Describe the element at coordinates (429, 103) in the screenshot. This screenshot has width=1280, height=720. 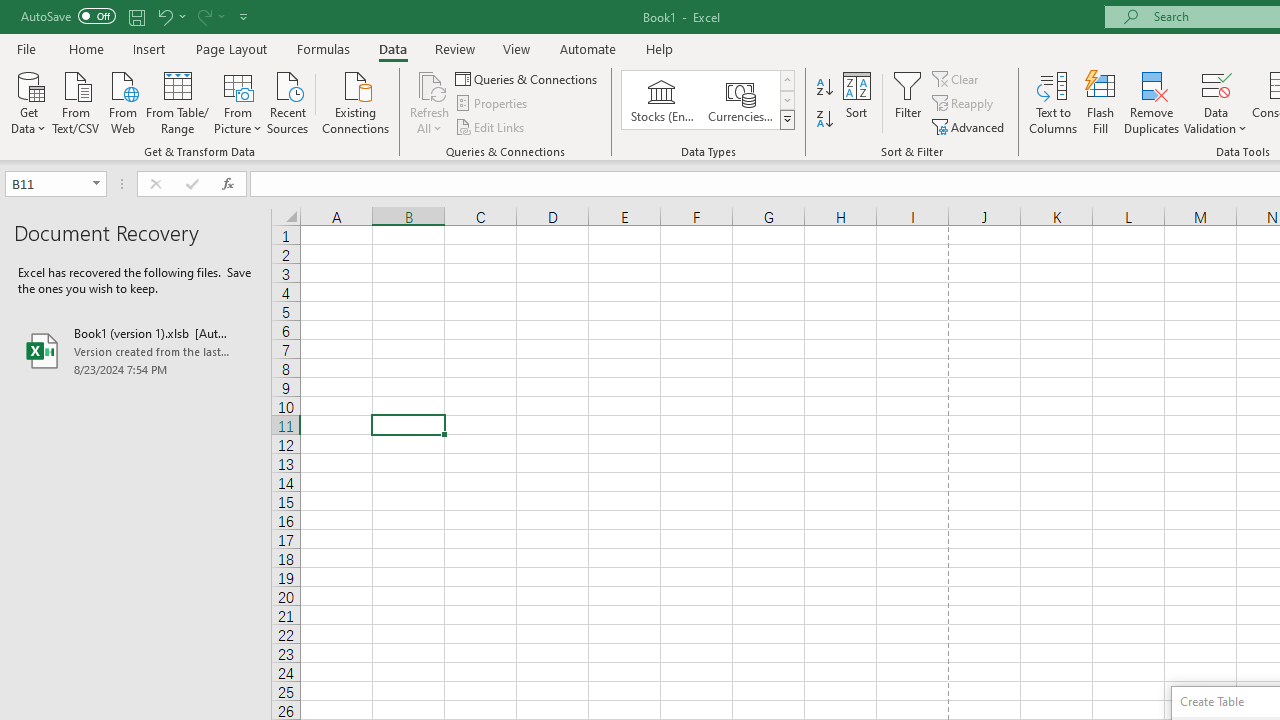
I see `'Refresh All'` at that location.